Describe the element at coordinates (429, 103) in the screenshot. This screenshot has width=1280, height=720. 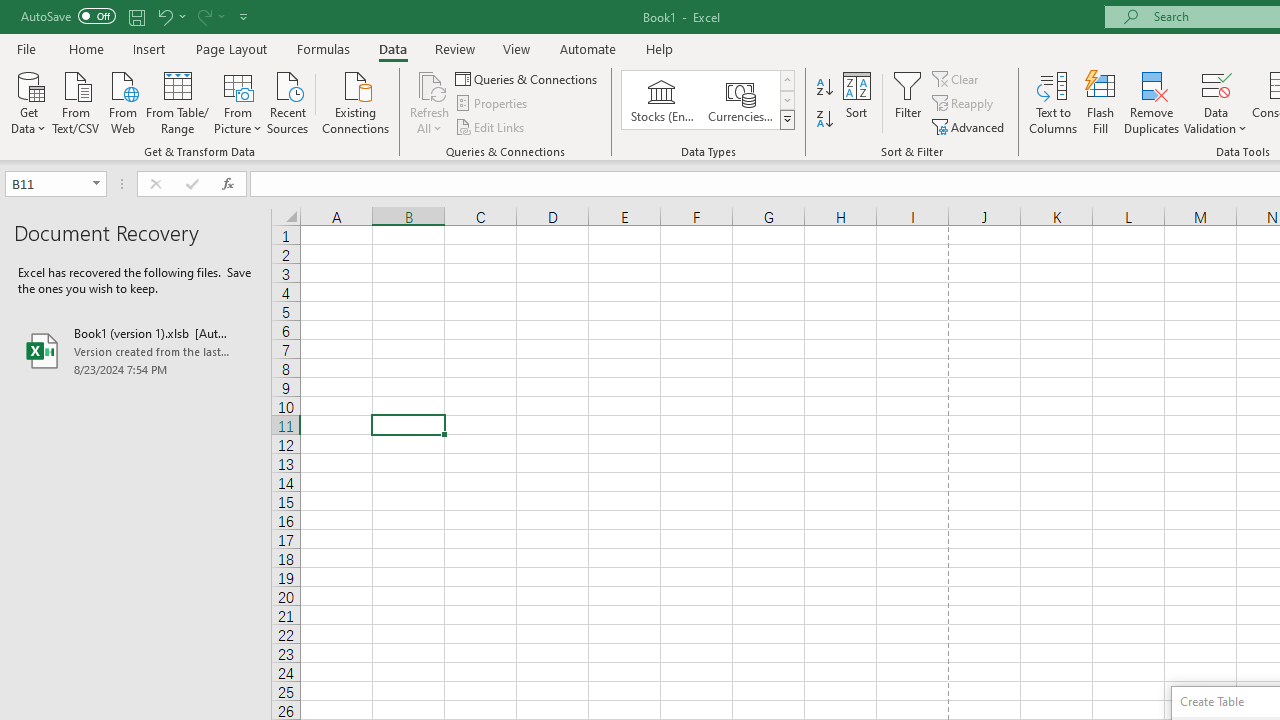
I see `'Refresh All'` at that location.